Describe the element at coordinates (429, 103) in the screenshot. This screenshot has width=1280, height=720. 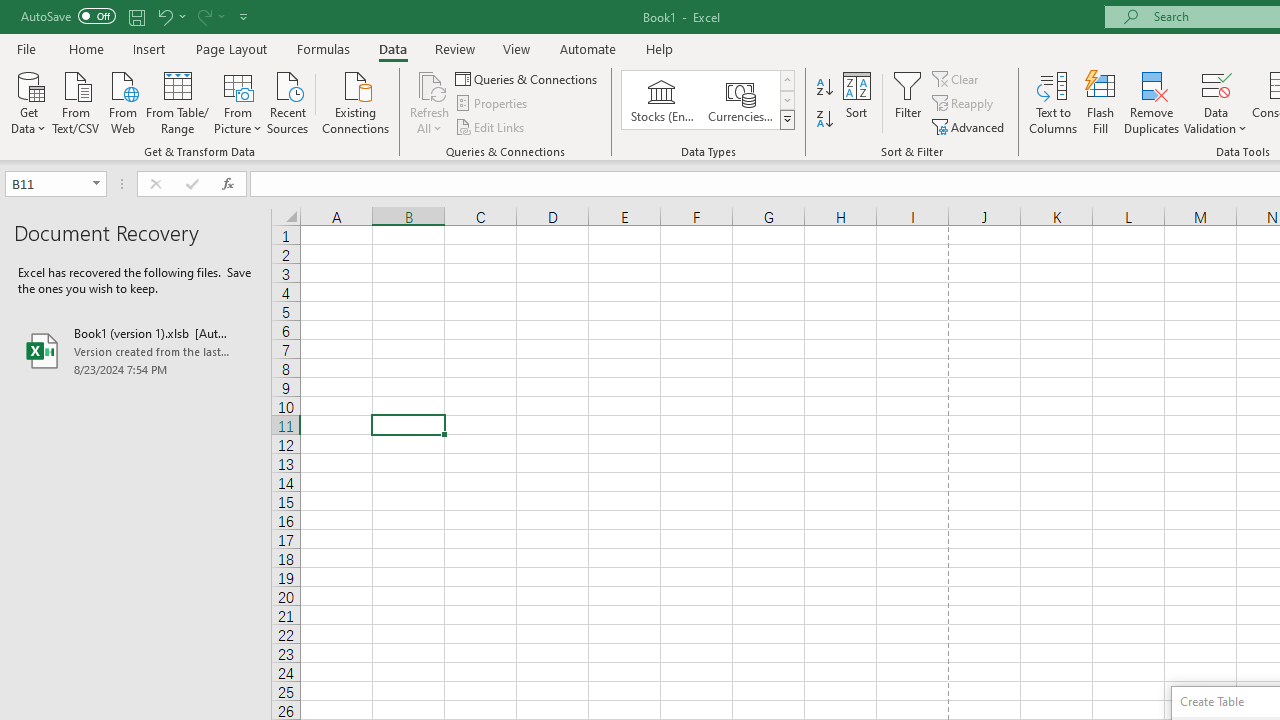
I see `'Refresh All'` at that location.